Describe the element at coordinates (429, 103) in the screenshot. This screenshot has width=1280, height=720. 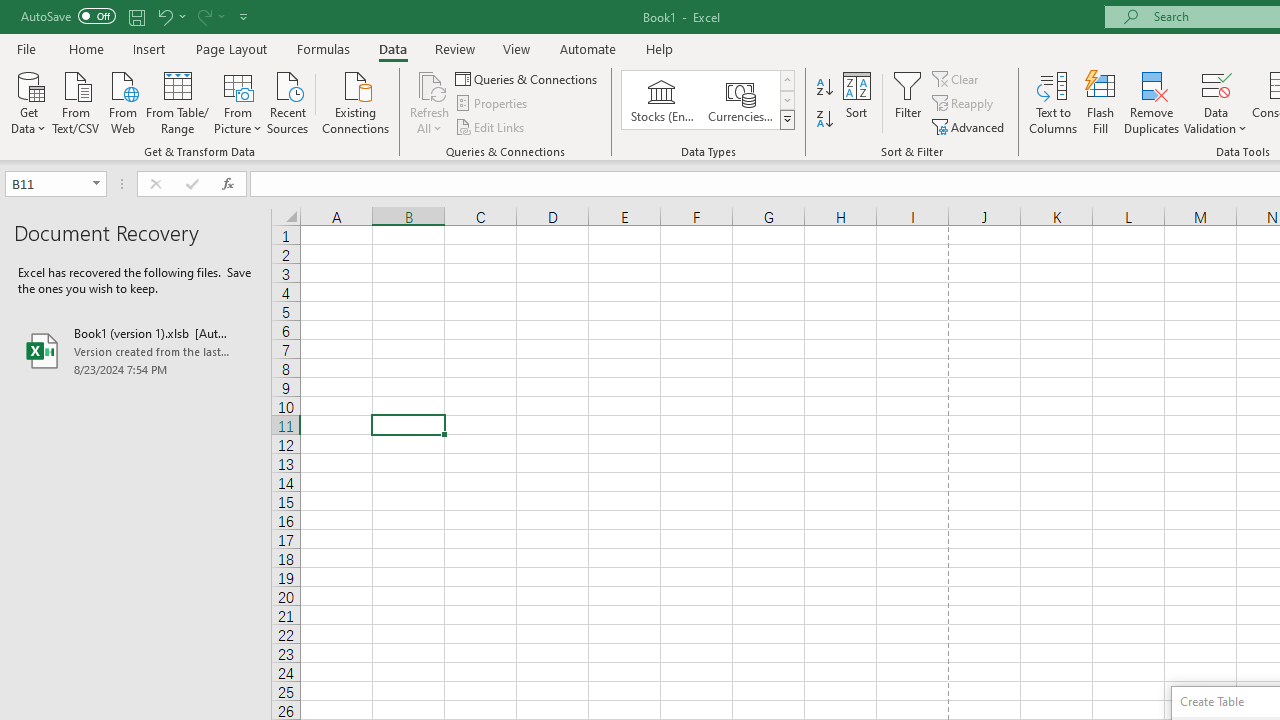
I see `'Refresh All'` at that location.